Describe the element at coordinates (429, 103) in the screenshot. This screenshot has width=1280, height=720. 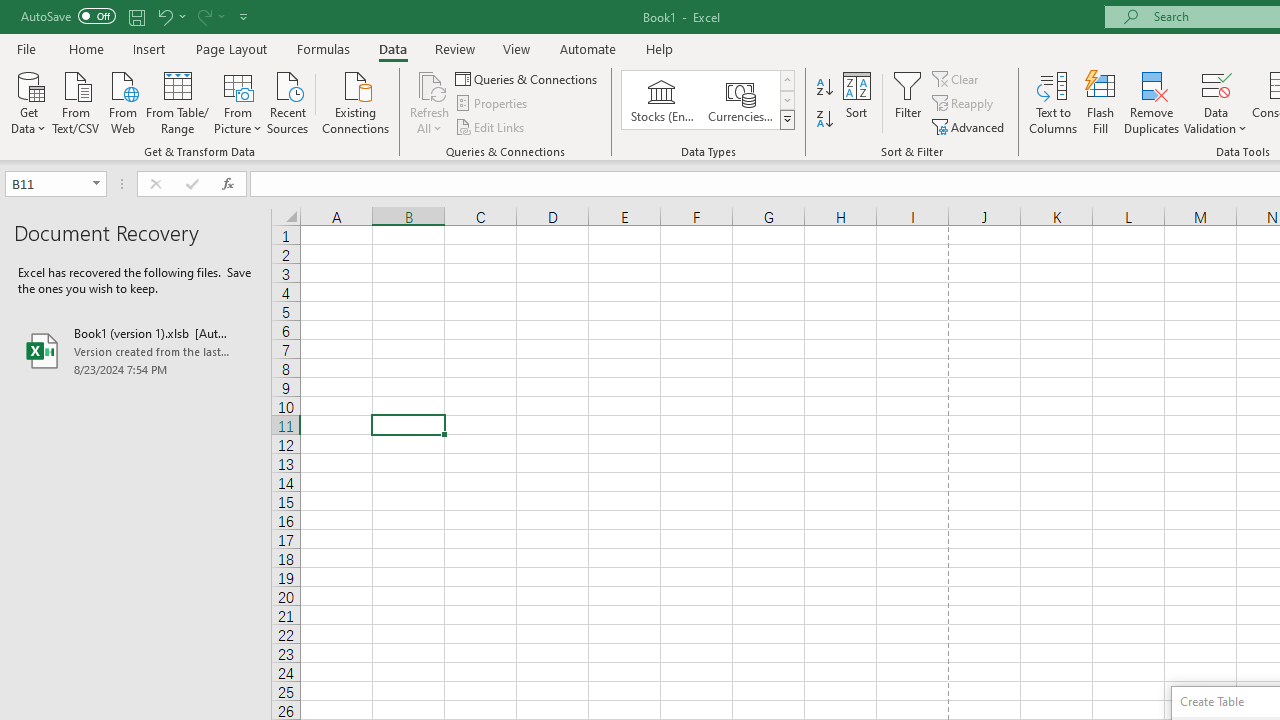
I see `'Refresh All'` at that location.